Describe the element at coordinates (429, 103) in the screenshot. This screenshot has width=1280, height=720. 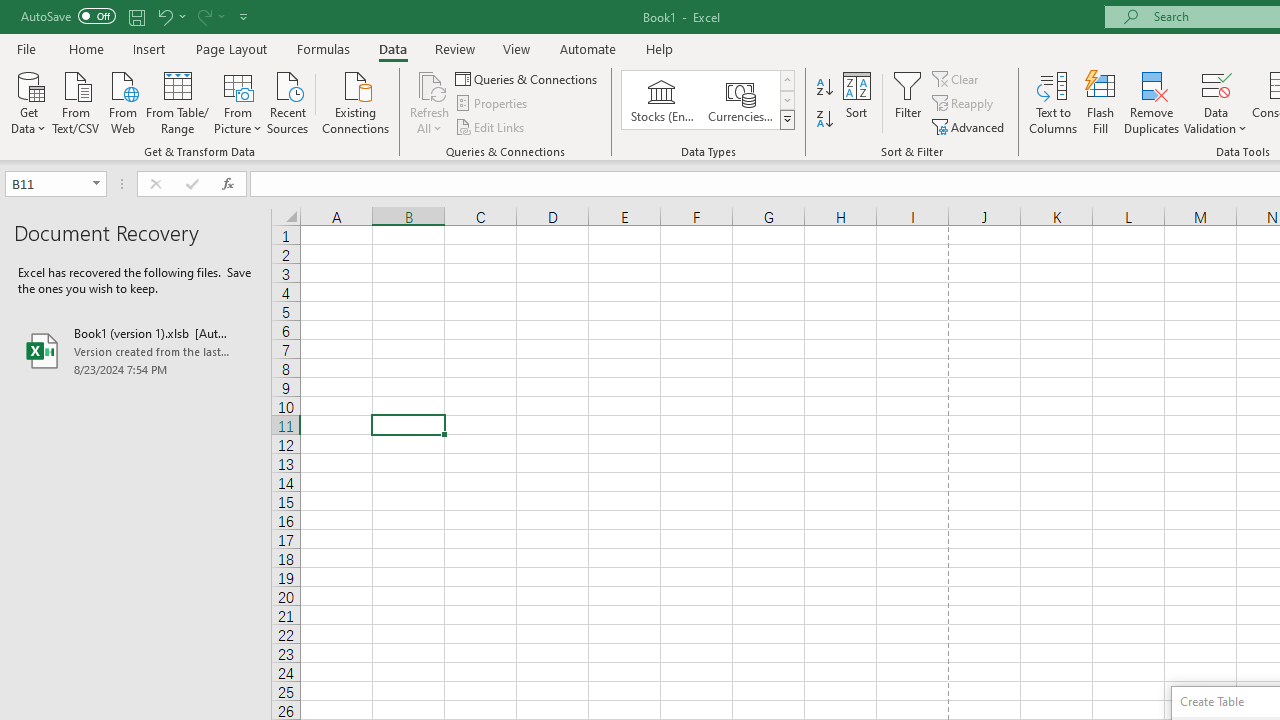
I see `'Refresh All'` at that location.